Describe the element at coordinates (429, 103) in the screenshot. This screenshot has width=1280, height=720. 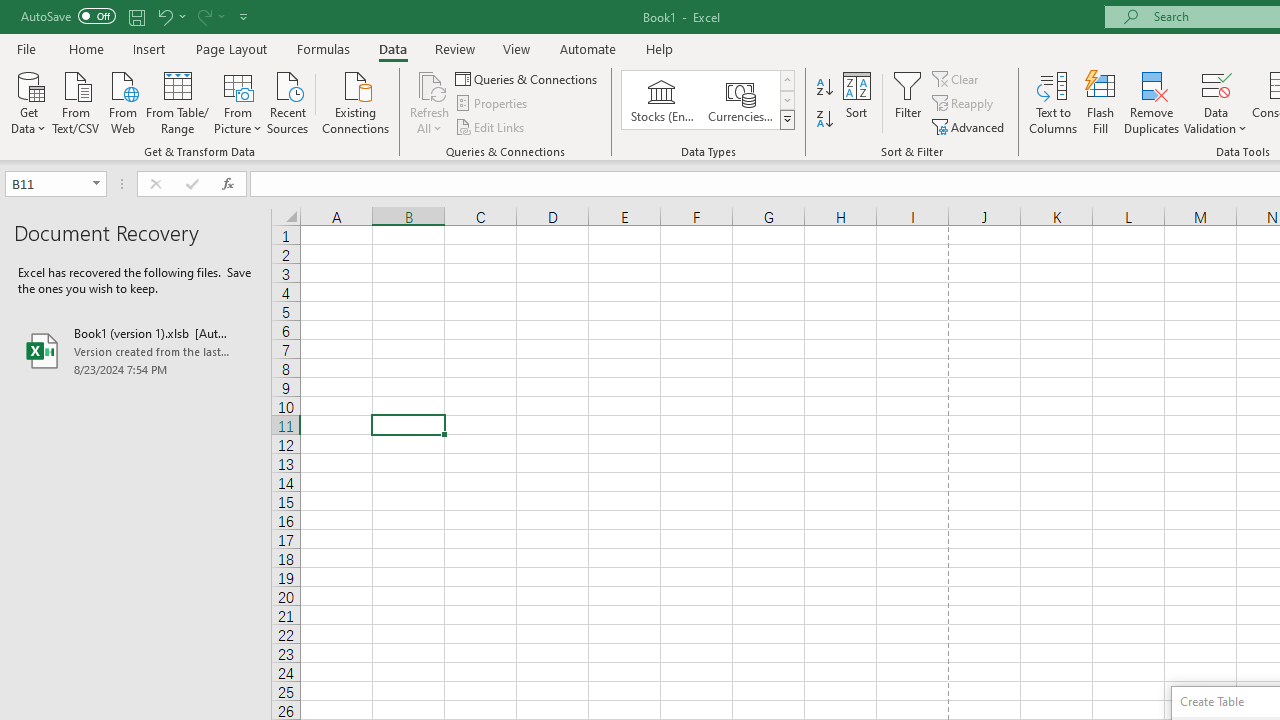
I see `'Refresh All'` at that location.